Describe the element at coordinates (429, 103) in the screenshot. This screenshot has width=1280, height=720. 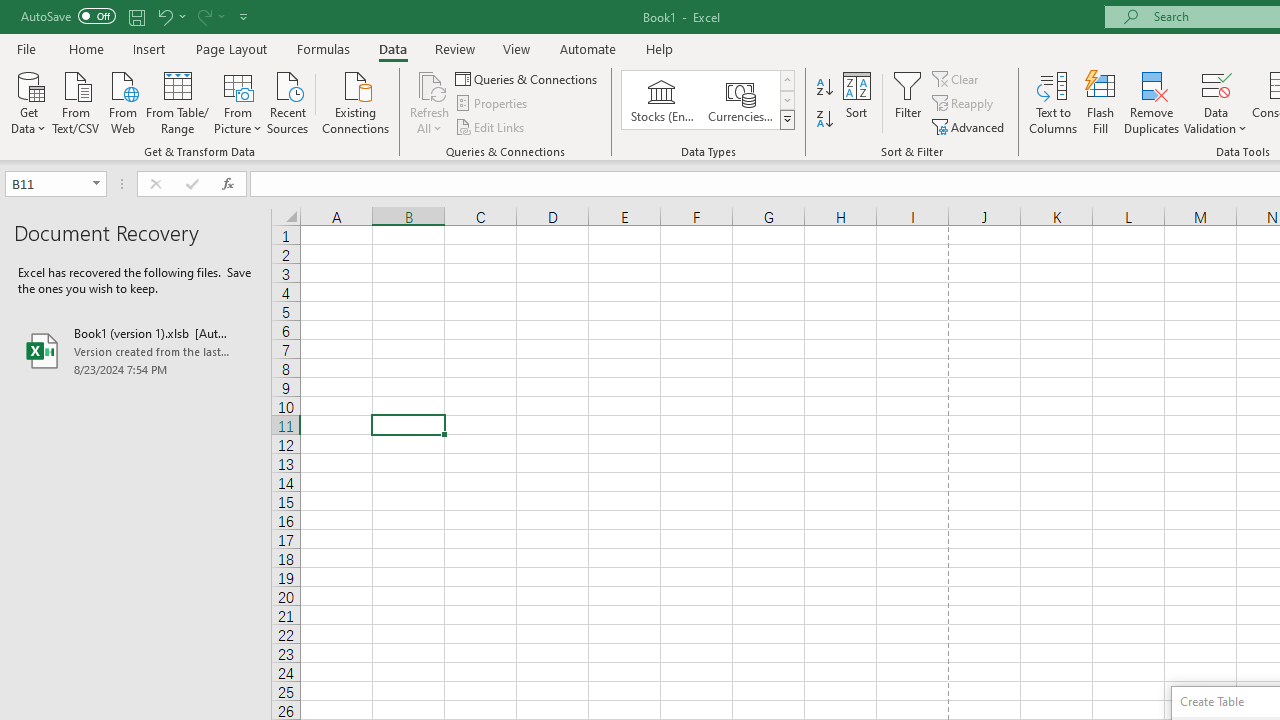
I see `'Refresh All'` at that location.